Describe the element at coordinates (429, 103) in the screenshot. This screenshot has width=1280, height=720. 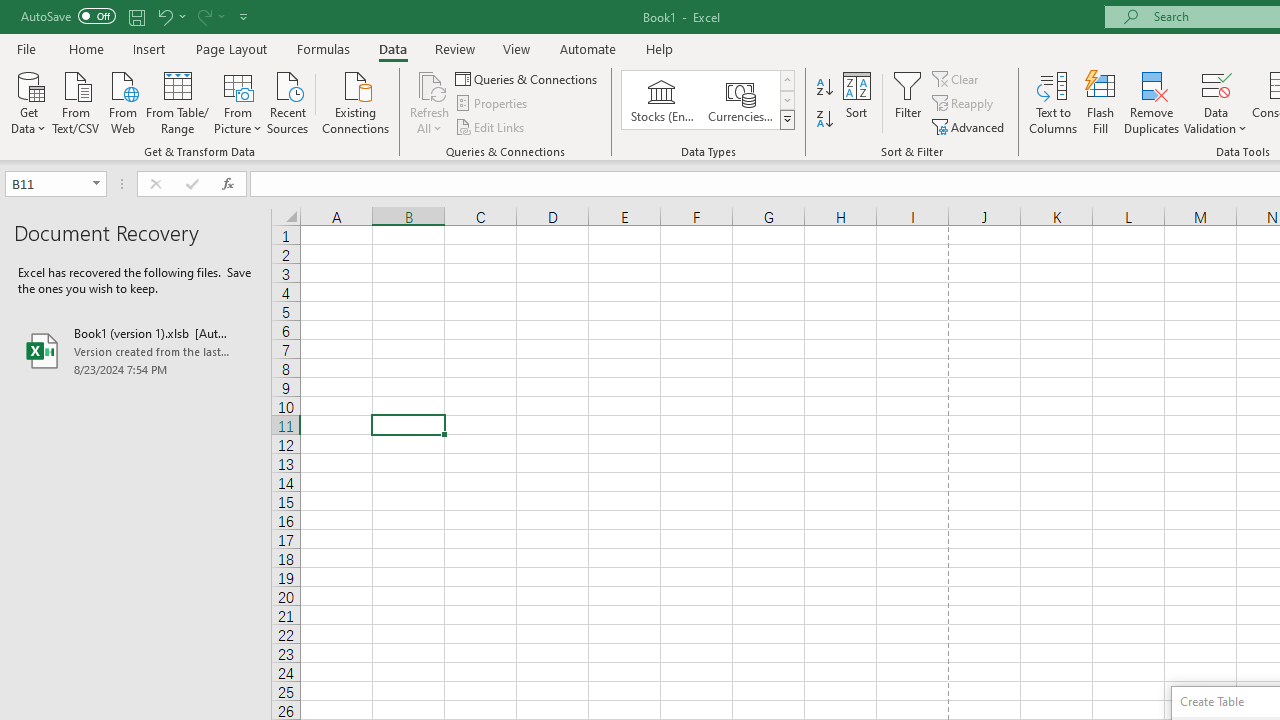
I see `'Refresh All'` at that location.